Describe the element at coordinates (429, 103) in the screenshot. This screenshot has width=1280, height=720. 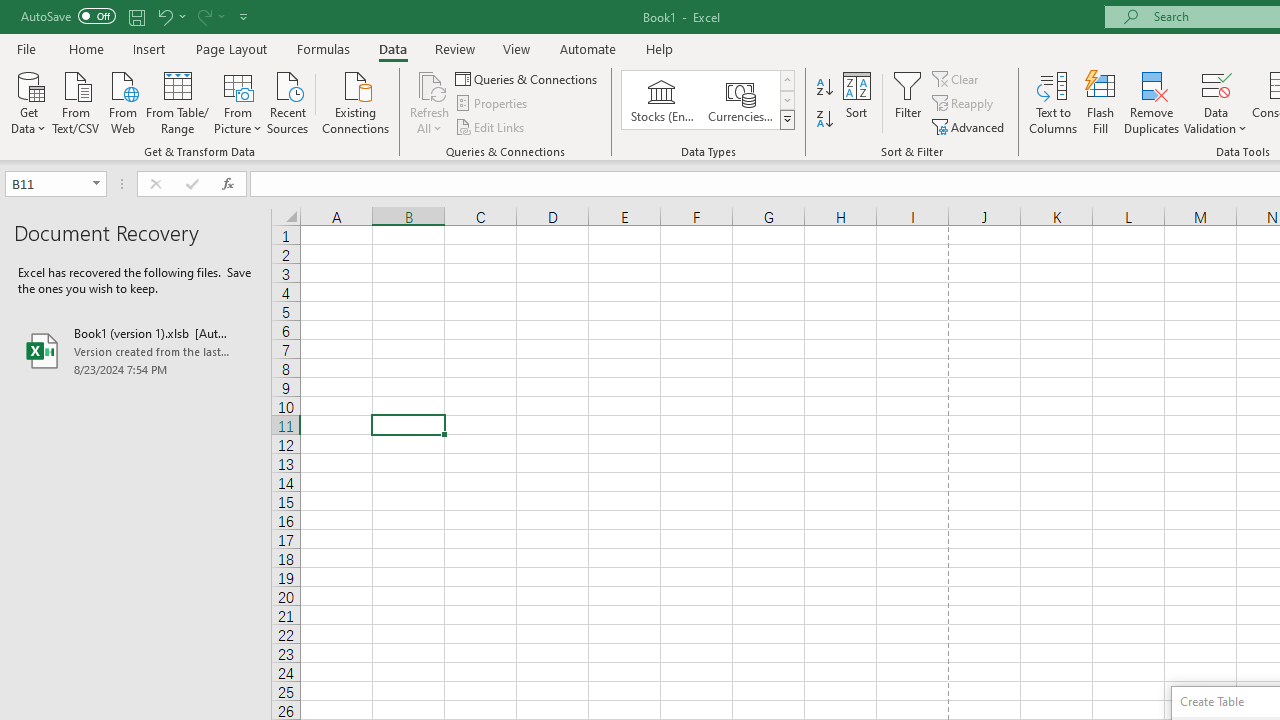
I see `'Refresh All'` at that location.